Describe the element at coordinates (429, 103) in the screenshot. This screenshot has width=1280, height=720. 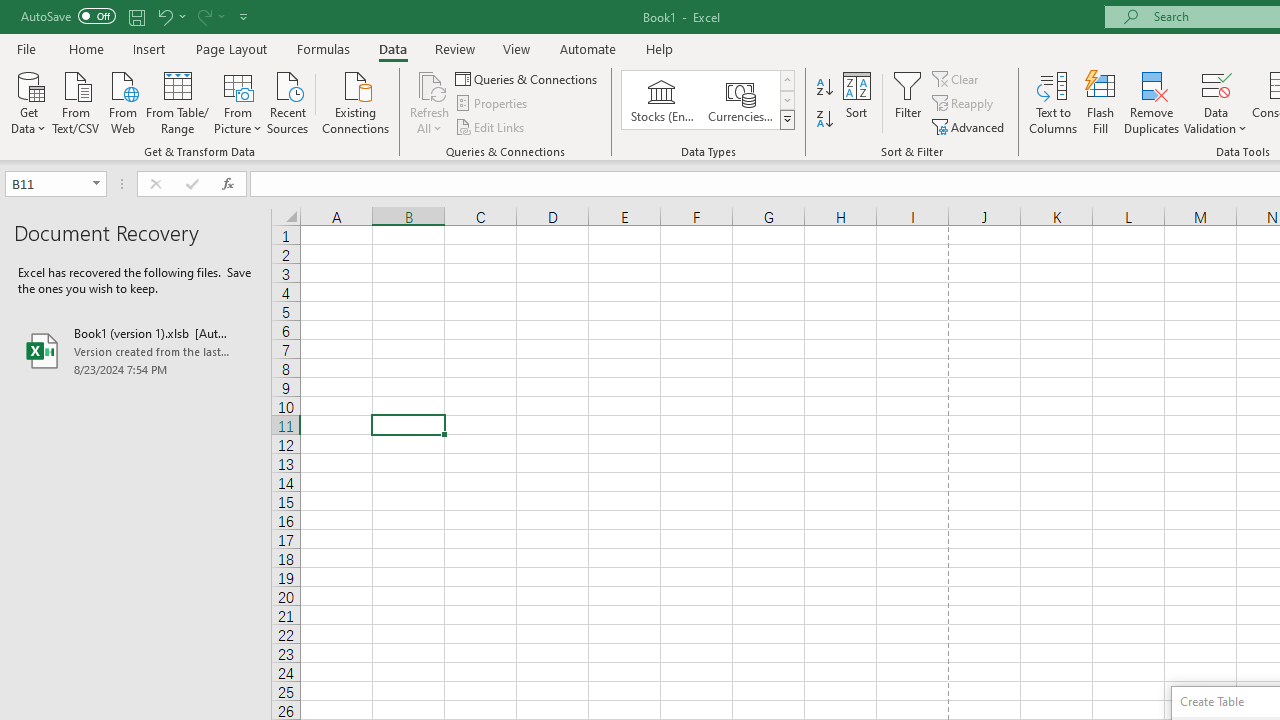
I see `'Refresh All'` at that location.